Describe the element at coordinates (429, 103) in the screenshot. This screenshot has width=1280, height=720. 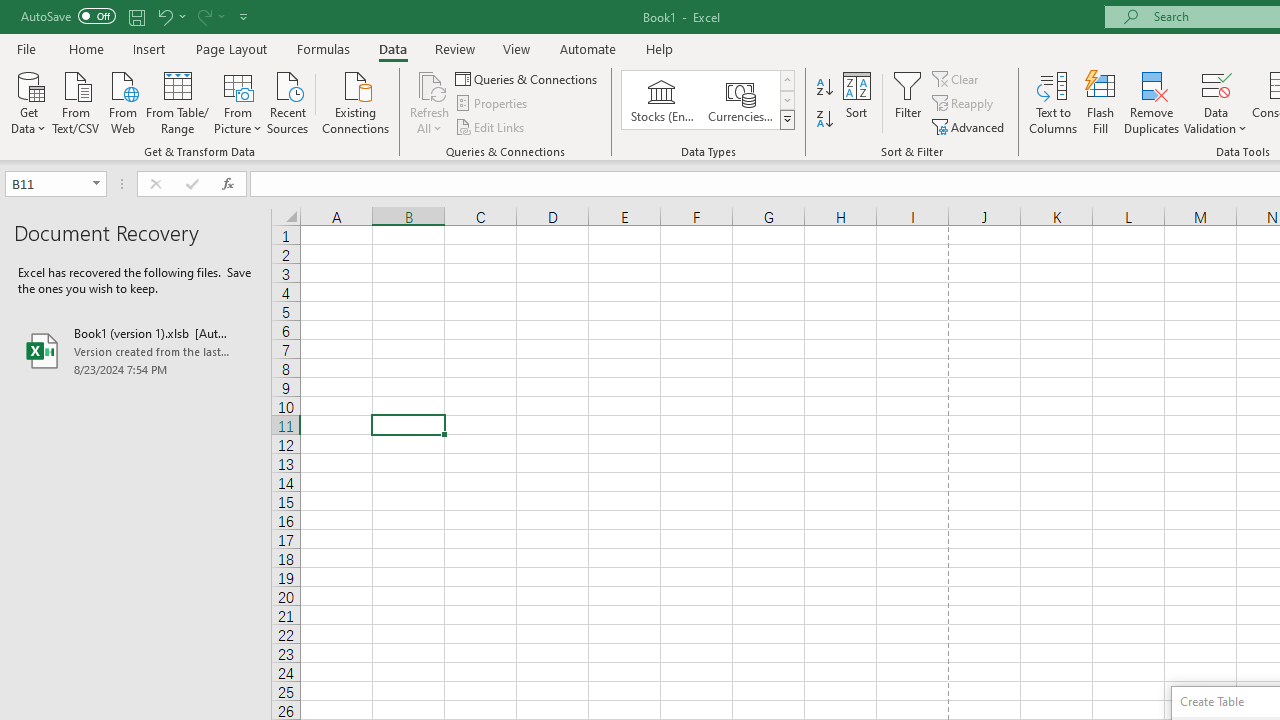
I see `'Refresh All'` at that location.